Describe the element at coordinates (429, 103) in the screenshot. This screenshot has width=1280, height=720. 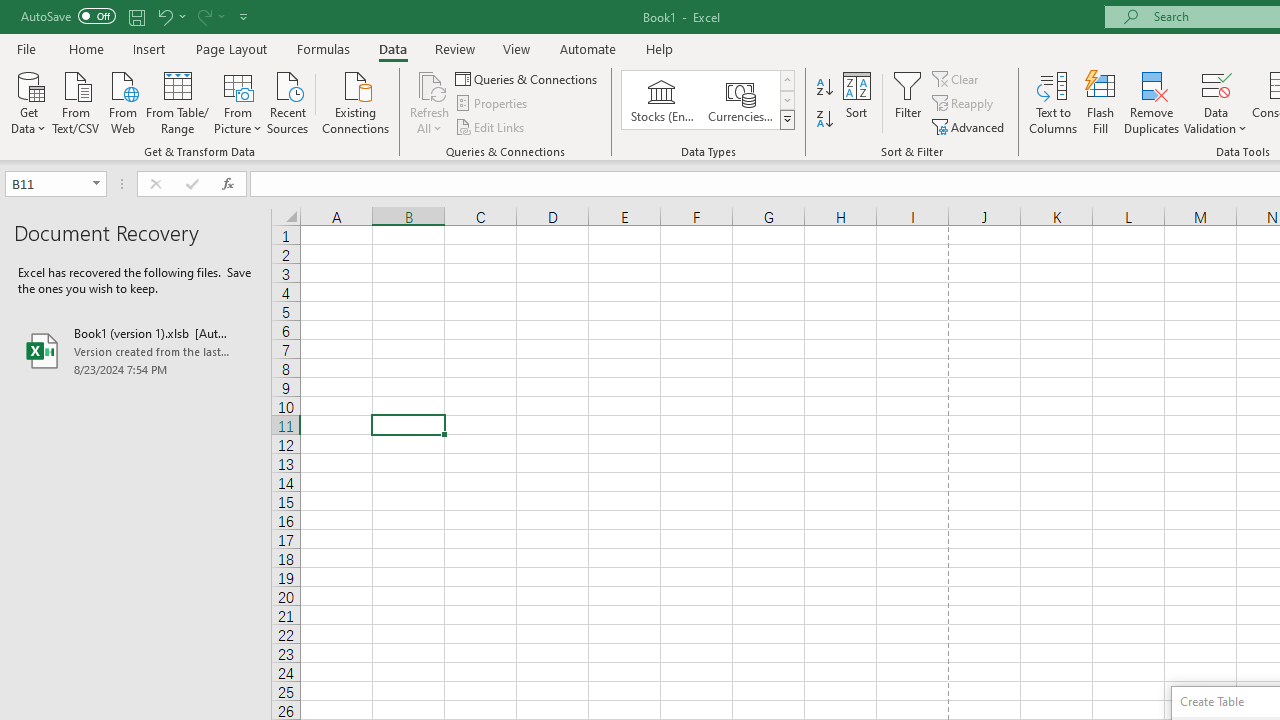
I see `'Refresh All'` at that location.